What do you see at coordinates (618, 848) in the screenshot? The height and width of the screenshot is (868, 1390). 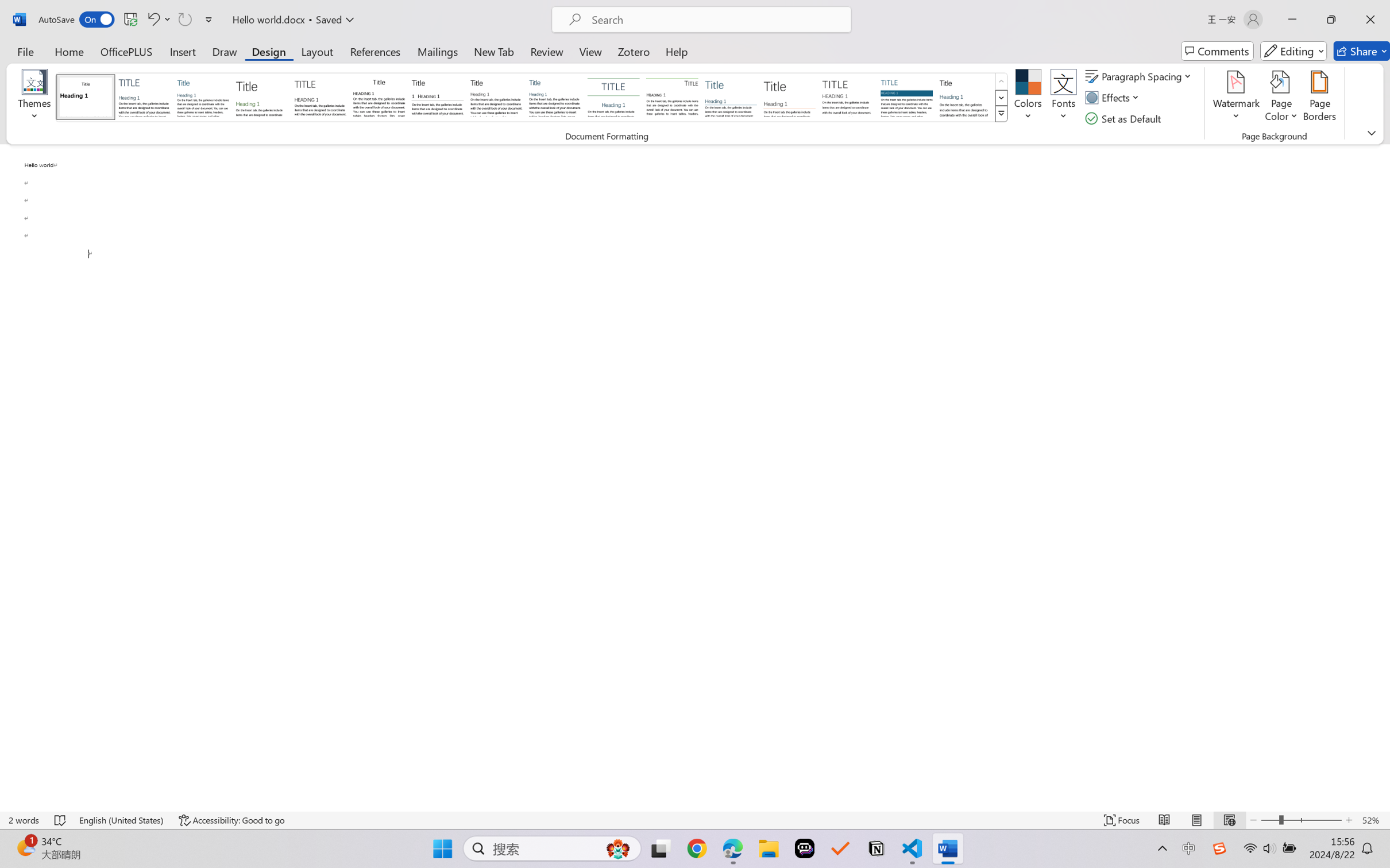 I see `'AutomationID: DynamicSearchBoxGleamImage'` at bounding box center [618, 848].